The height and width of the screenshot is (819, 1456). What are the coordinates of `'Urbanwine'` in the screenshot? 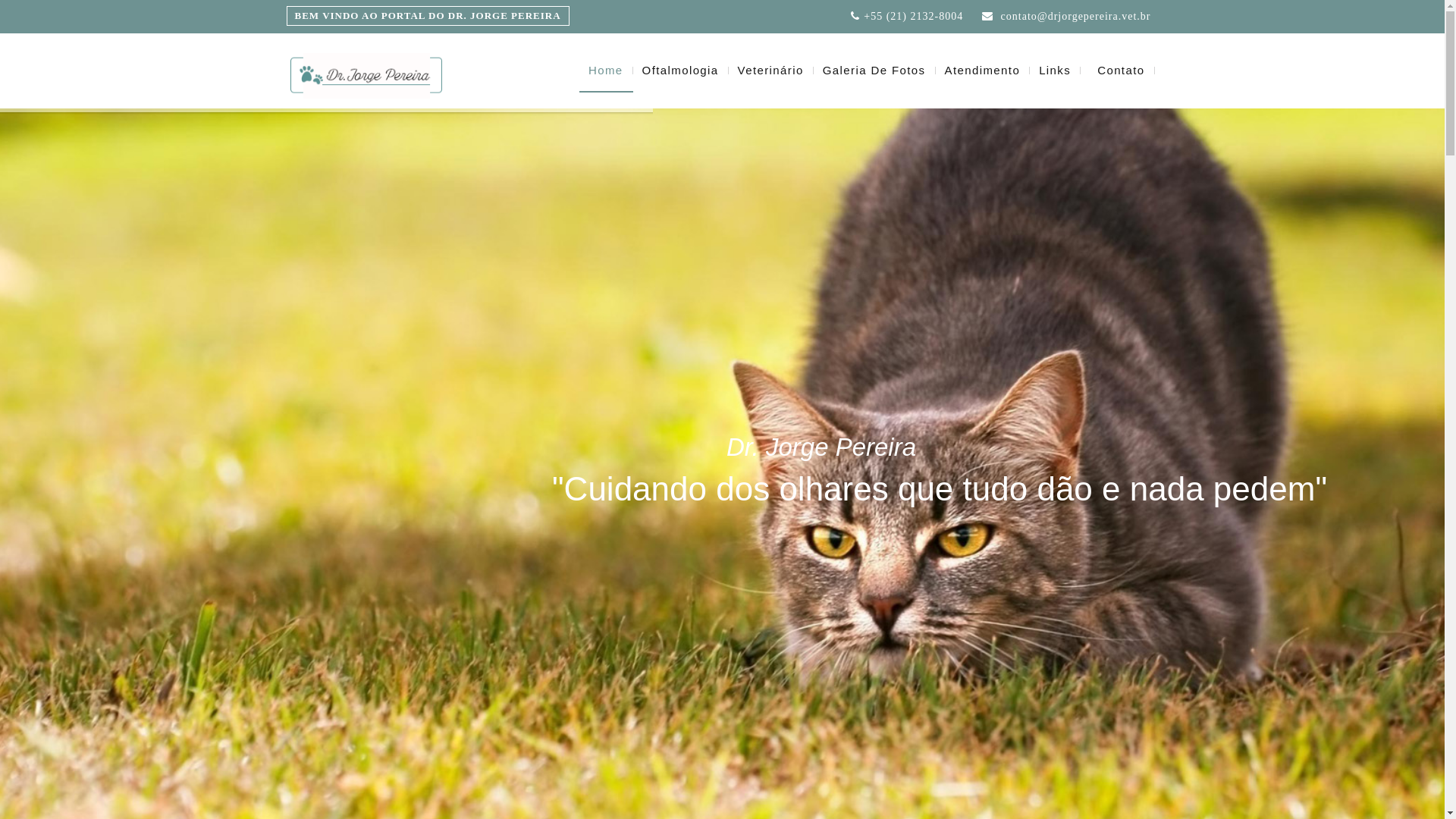 It's located at (365, 75).